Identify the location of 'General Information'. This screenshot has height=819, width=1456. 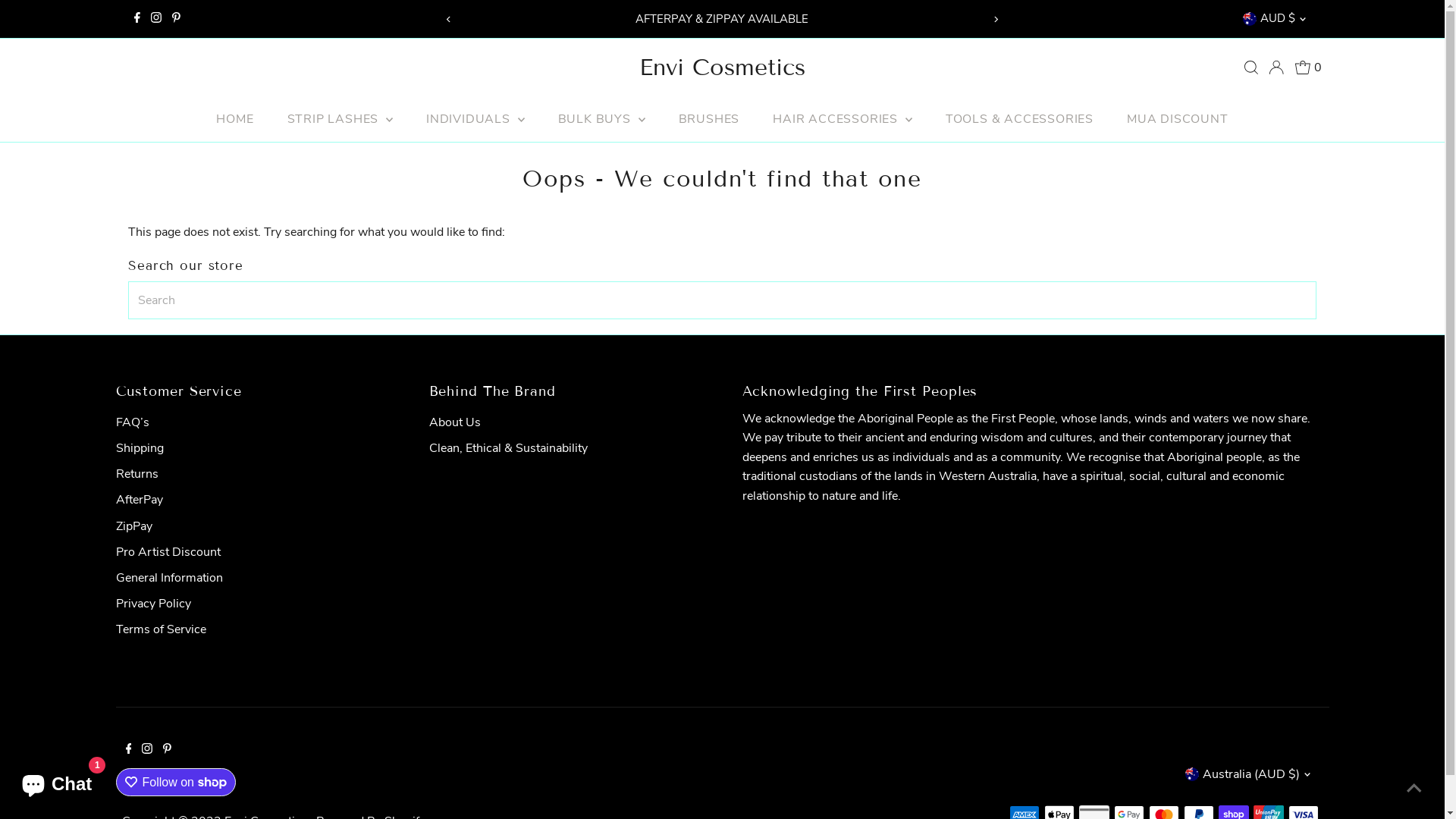
(168, 578).